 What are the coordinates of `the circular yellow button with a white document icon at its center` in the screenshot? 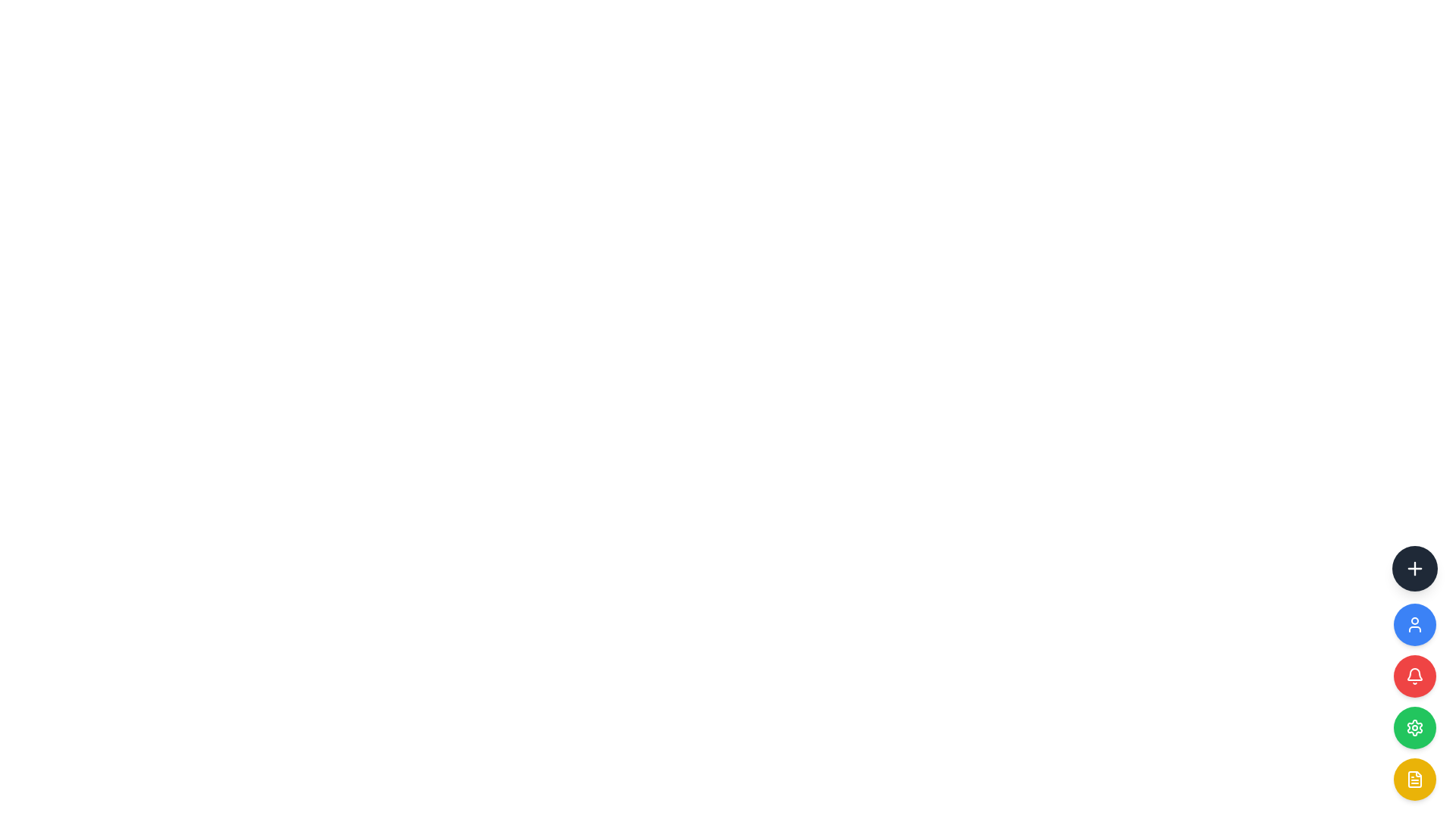 It's located at (1414, 672).